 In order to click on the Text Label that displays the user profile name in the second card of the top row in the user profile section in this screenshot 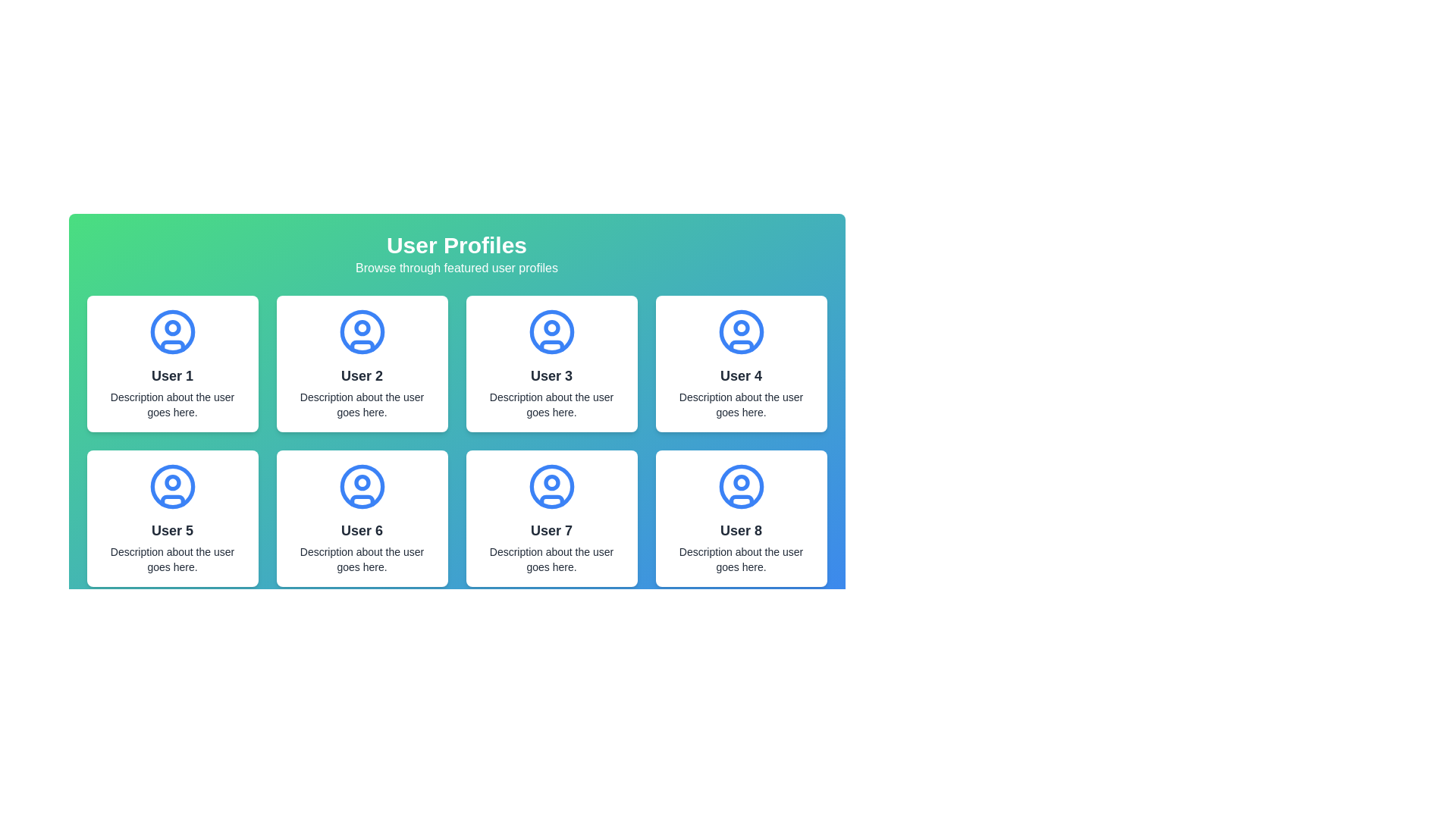, I will do `click(361, 375)`.